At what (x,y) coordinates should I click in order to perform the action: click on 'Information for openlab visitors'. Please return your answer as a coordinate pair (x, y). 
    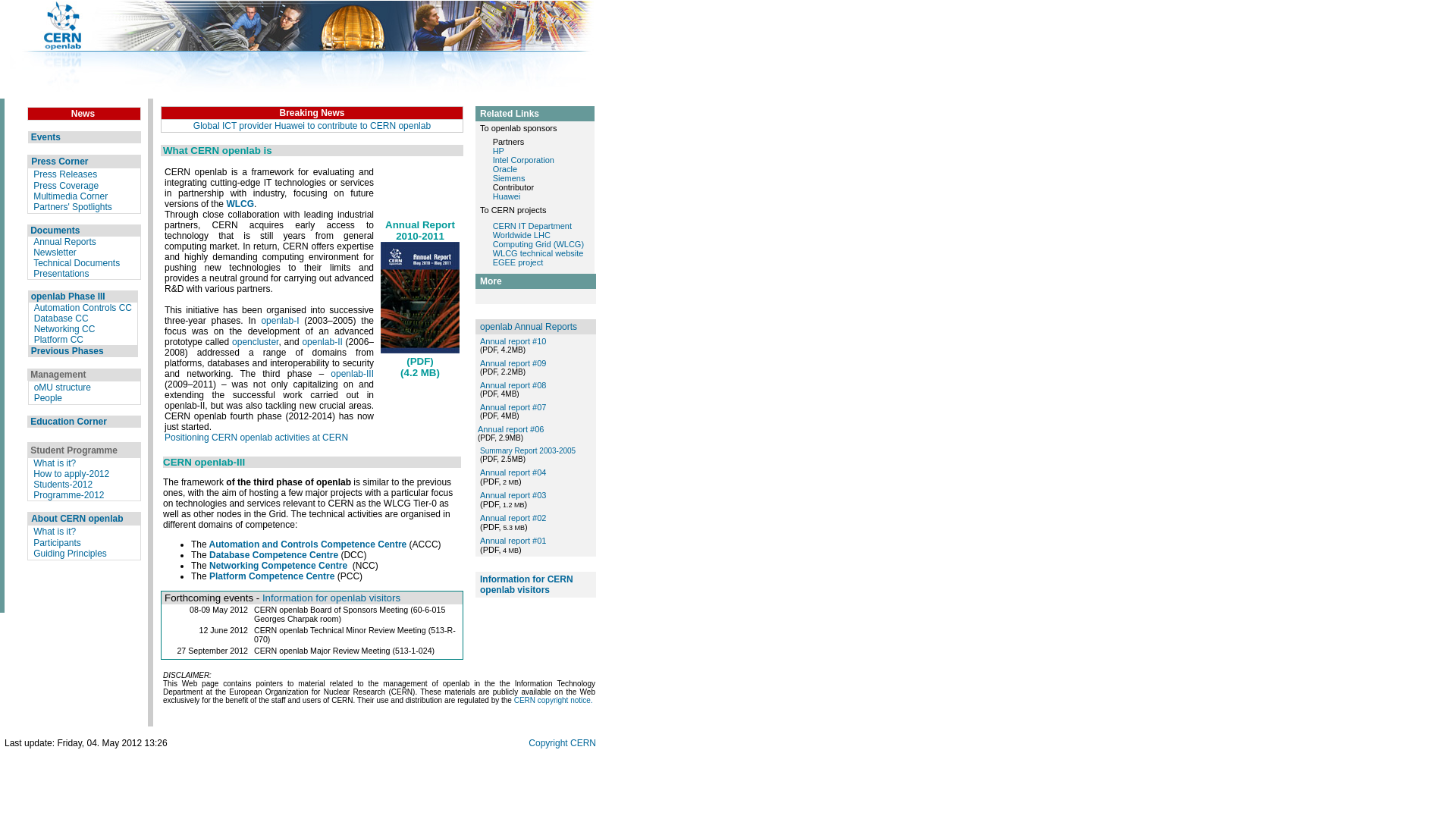
    Looking at the image, I should click on (330, 598).